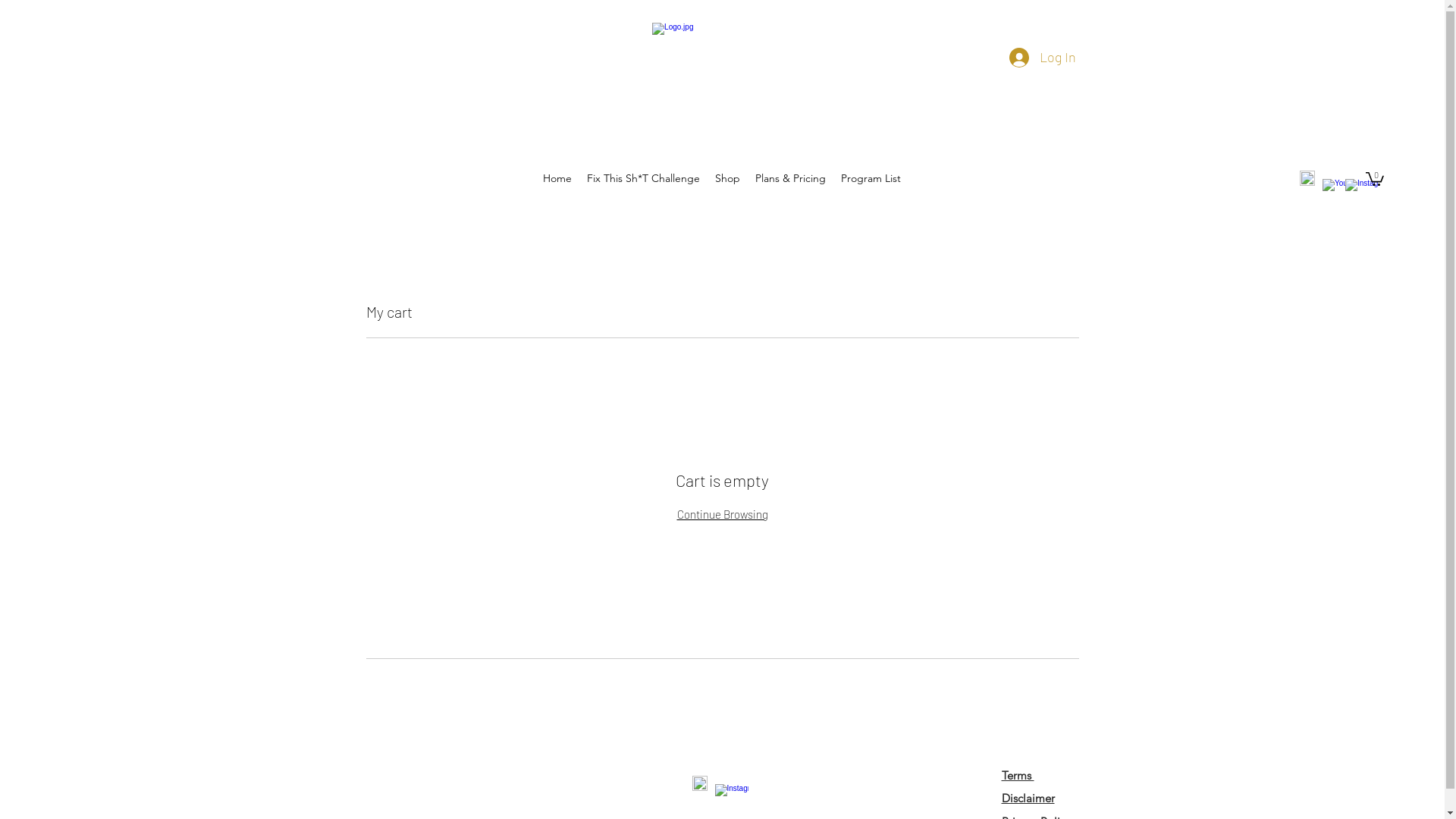 Image resolution: width=1456 pixels, height=819 pixels. What do you see at coordinates (1027, 797) in the screenshot?
I see `'Disclaimer'` at bounding box center [1027, 797].